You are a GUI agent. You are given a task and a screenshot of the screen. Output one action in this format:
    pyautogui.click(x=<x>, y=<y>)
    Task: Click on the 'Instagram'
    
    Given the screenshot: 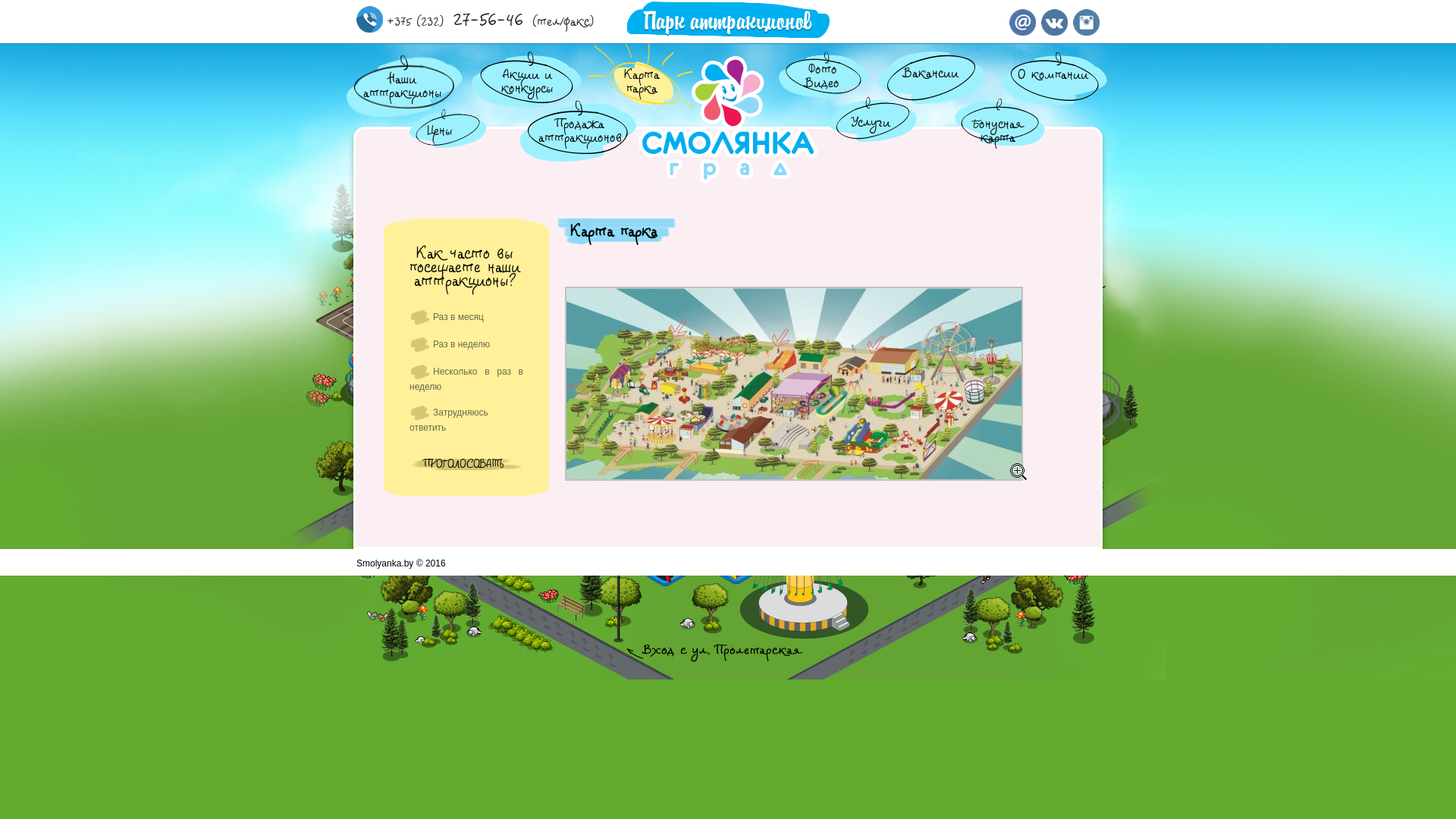 What is the action you would take?
    pyautogui.click(x=1085, y=32)
    